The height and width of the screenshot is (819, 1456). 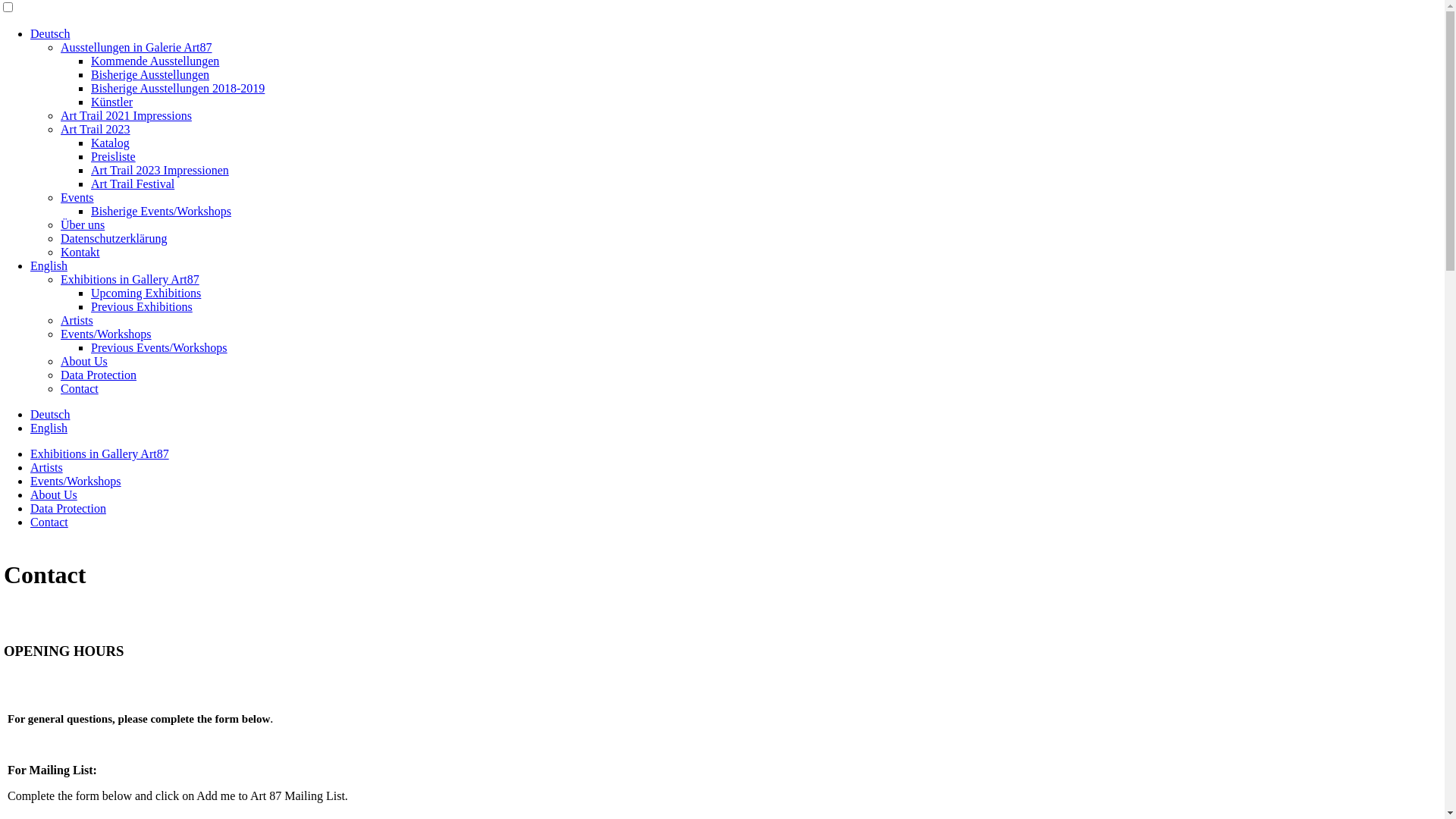 I want to click on 'Art Trail 2021 Impressions', so click(x=126, y=115).